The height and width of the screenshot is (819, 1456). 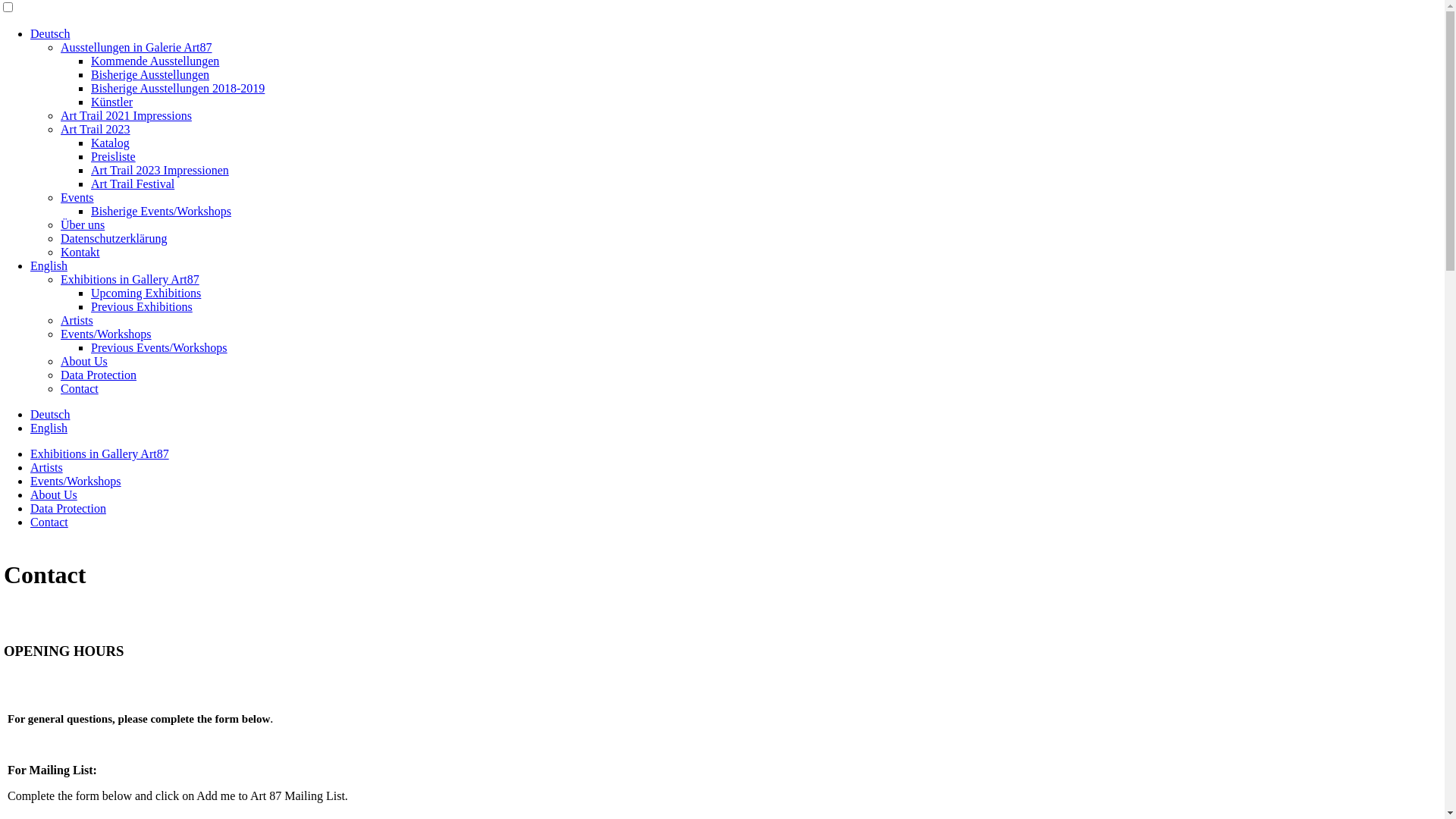 I want to click on 'Art Trail 2021 Impressions', so click(x=126, y=115).